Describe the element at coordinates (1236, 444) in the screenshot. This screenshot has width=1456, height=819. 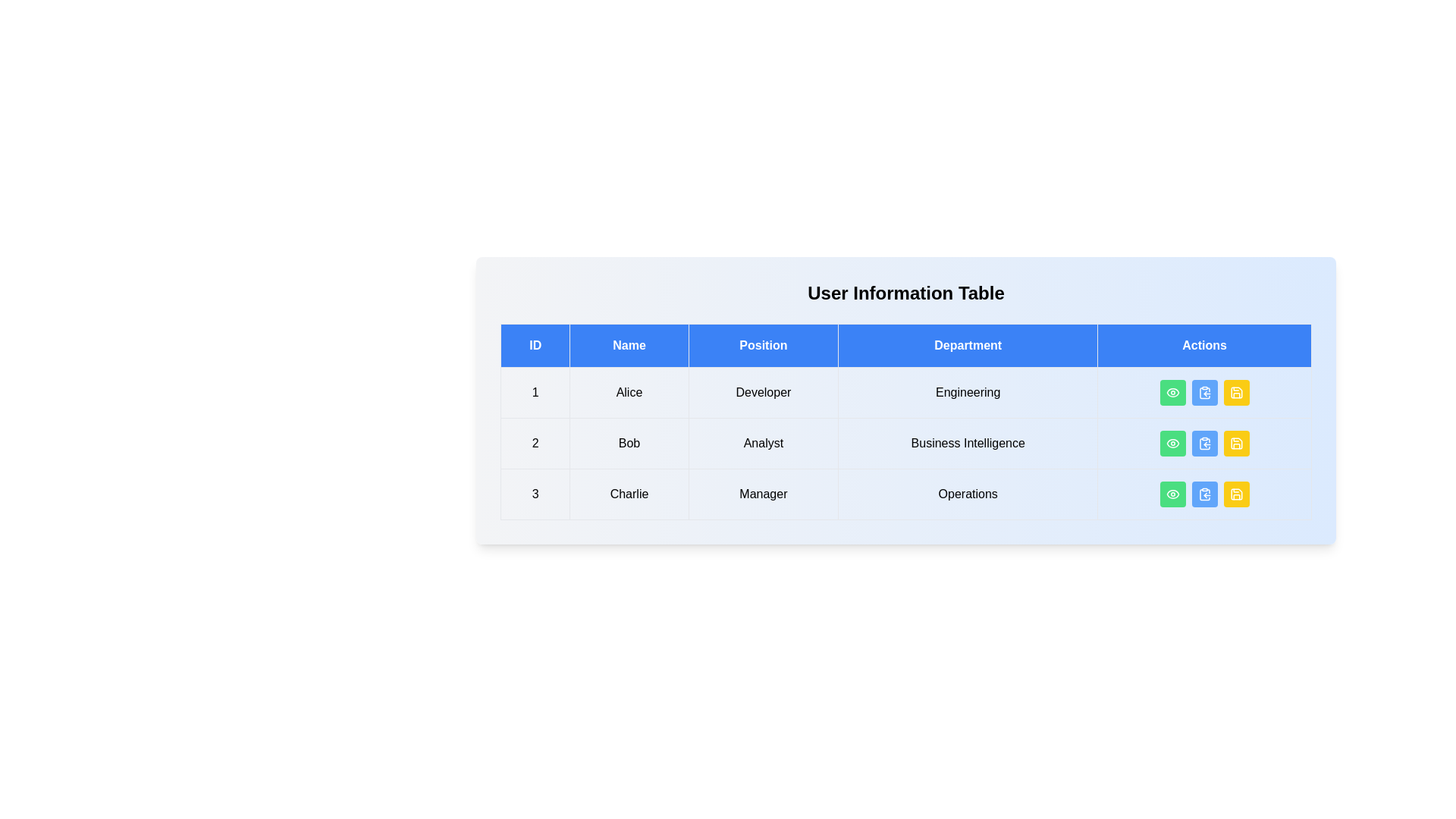
I see `the save button for the user with ID 2` at that location.